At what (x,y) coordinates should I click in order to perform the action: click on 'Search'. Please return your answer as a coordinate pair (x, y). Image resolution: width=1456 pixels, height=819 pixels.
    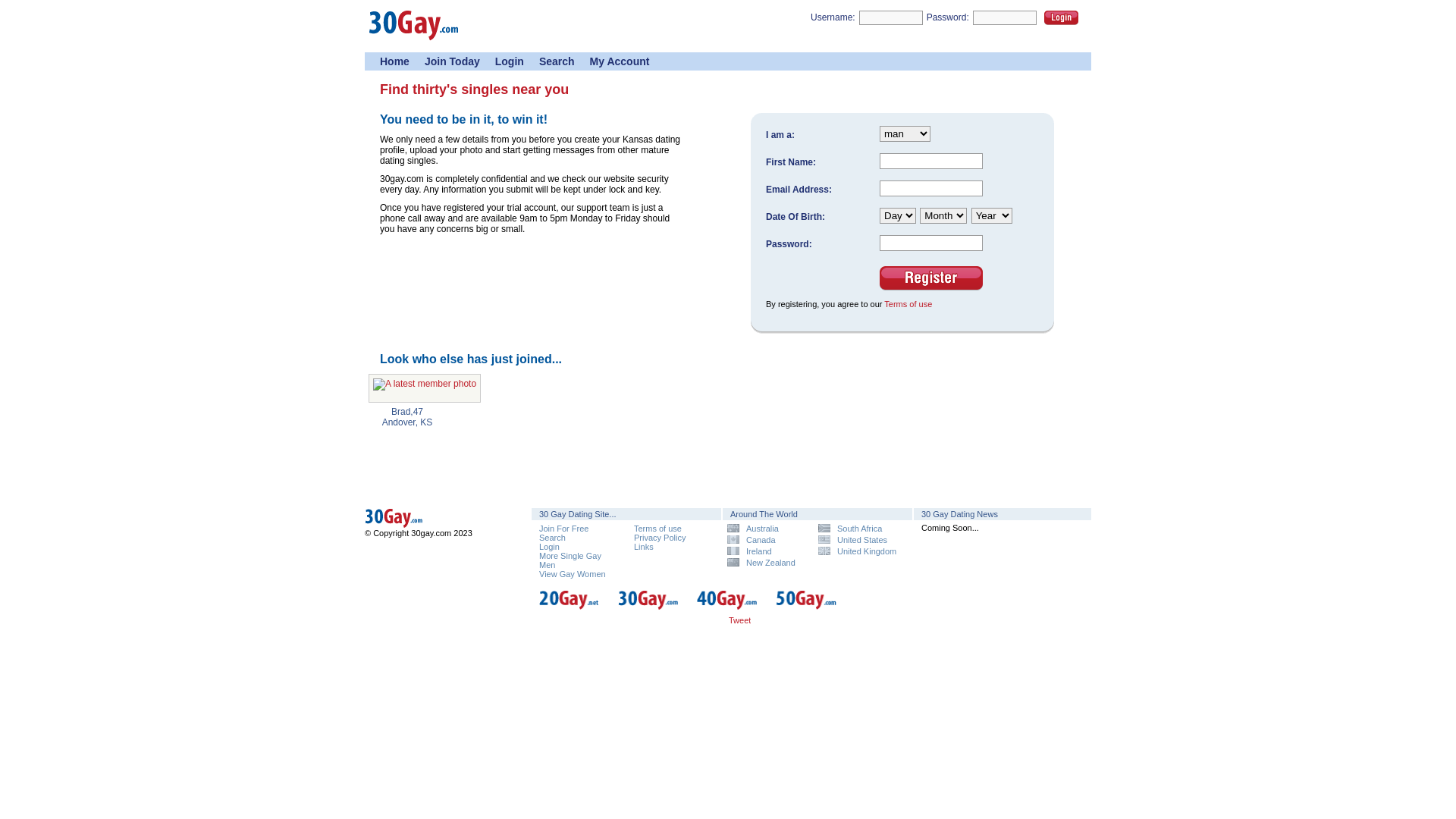
    Looking at the image, I should click on (538, 61).